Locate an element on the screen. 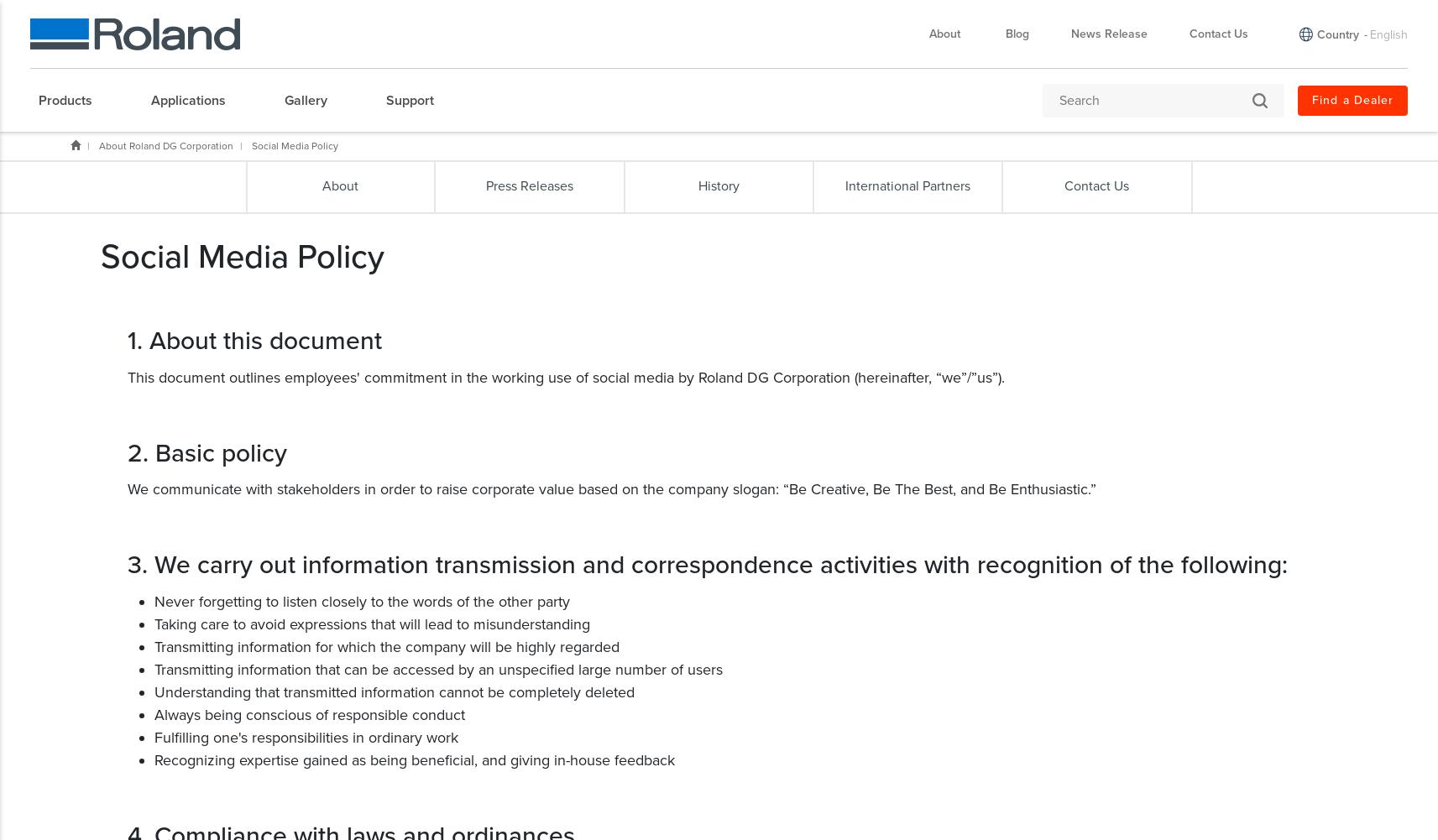  'About Roland DG Corporation' is located at coordinates (166, 145).